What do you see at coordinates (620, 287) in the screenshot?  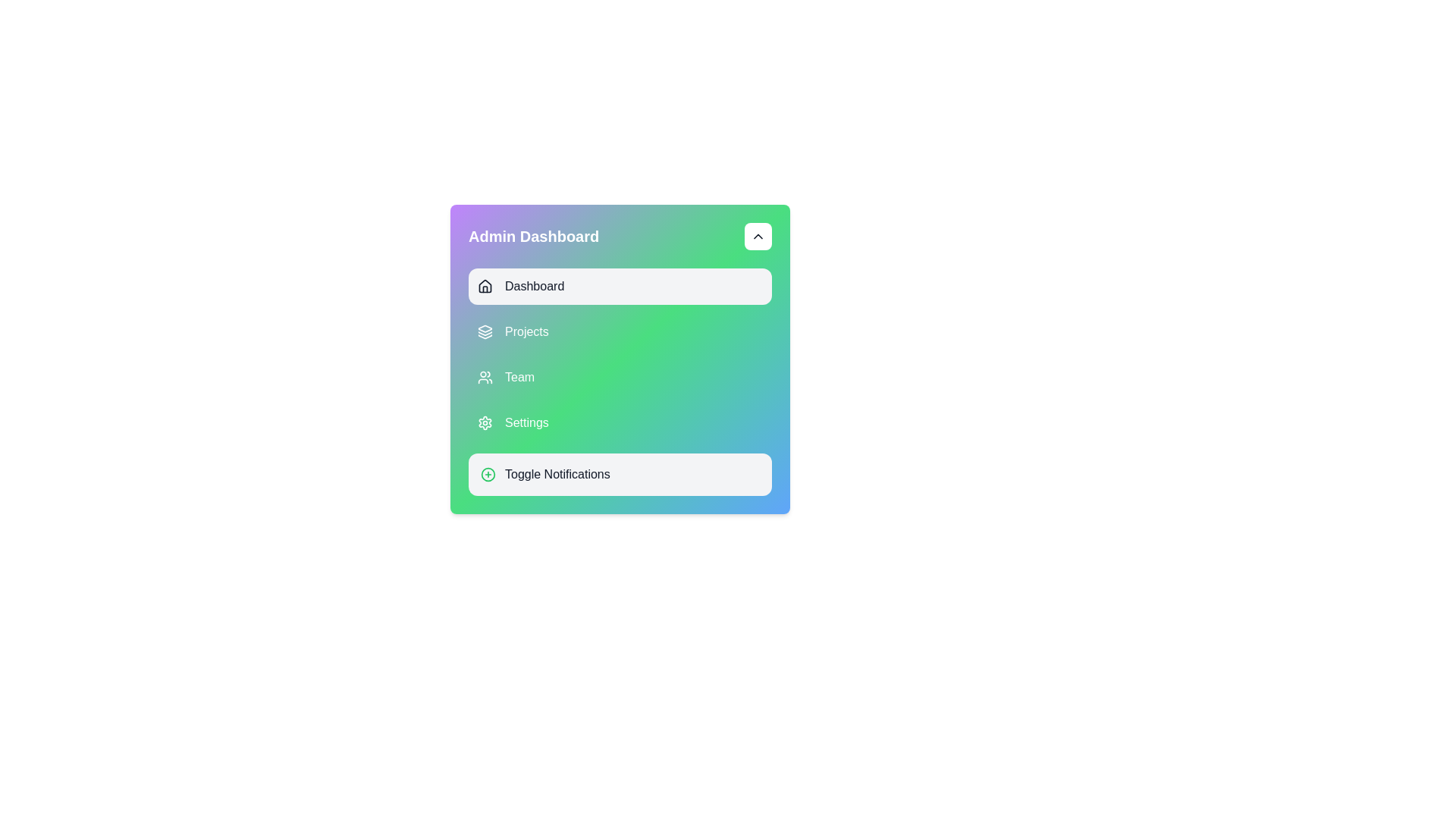 I see `the 'Dashboard' tab in the sidebar menu` at bounding box center [620, 287].